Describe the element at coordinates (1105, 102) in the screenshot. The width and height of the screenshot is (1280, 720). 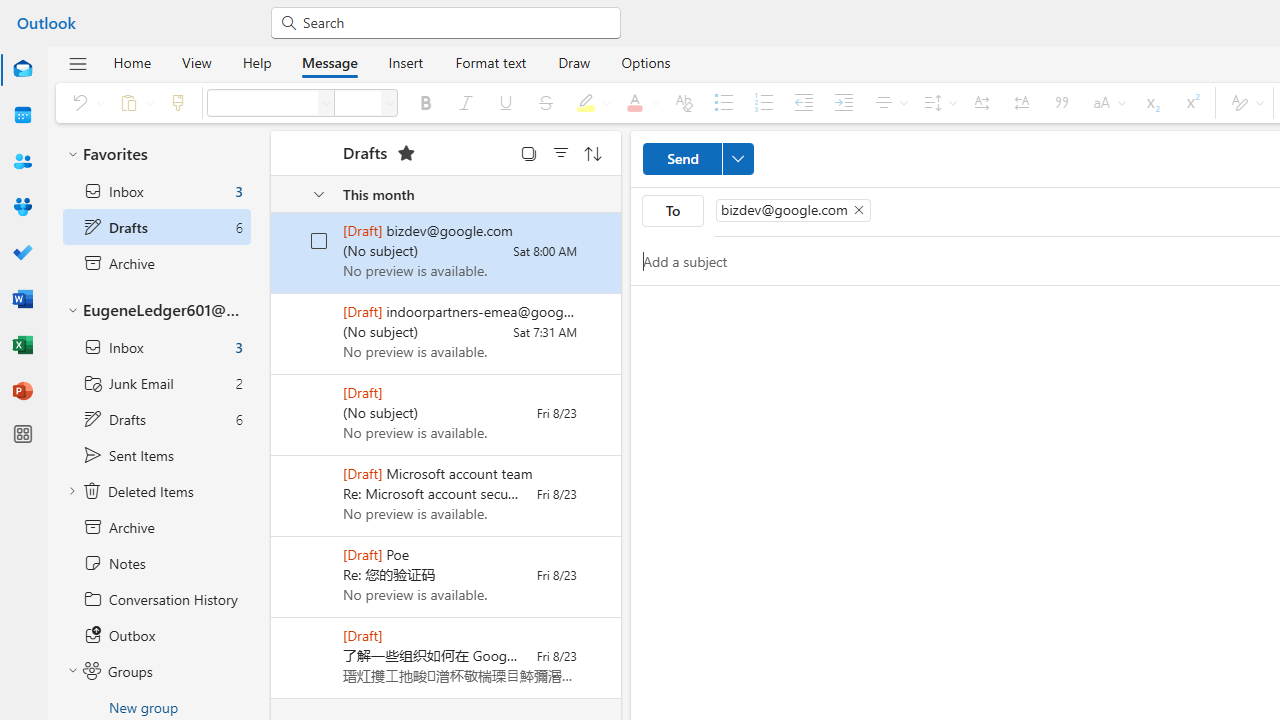
I see `'Change case'` at that location.